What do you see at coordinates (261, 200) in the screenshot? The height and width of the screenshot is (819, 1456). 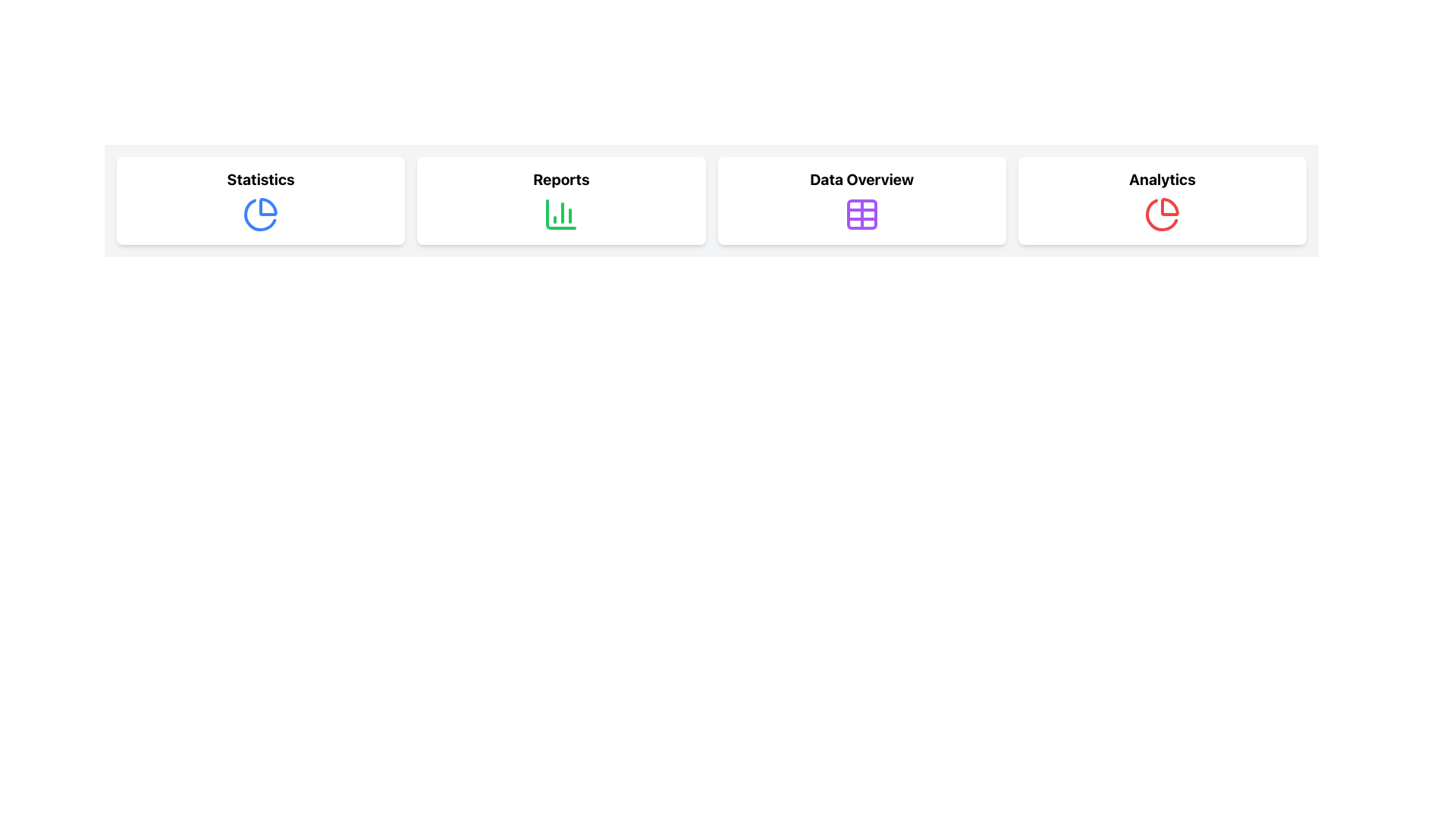 I see `the 'Statistics' card, which is the first card in a grid layout with a bold 'Statistics' text and a blue pie-chart icon` at bounding box center [261, 200].